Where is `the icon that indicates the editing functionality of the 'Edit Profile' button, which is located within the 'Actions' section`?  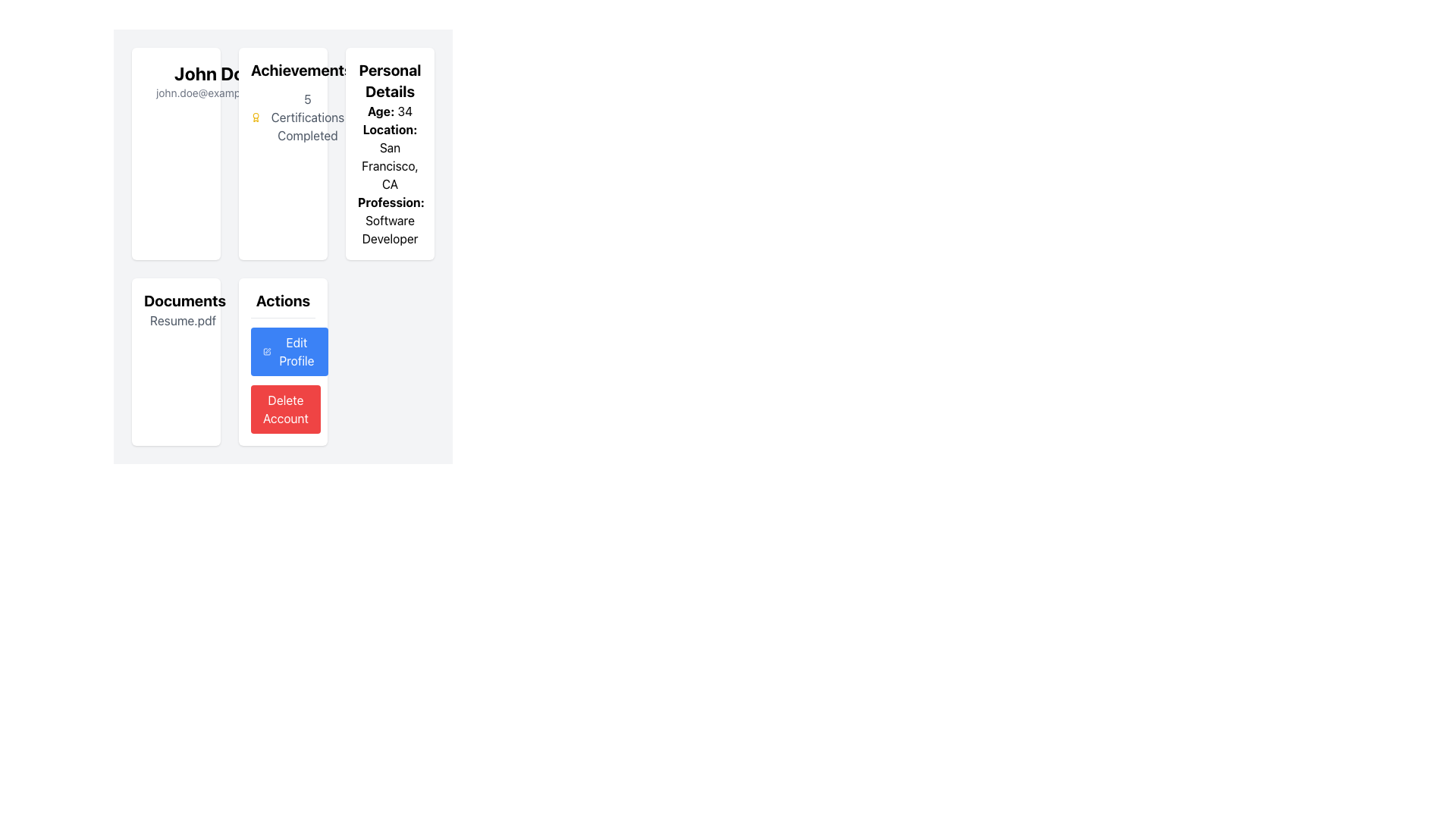 the icon that indicates the editing functionality of the 'Edit Profile' button, which is located within the 'Actions' section is located at coordinates (267, 351).